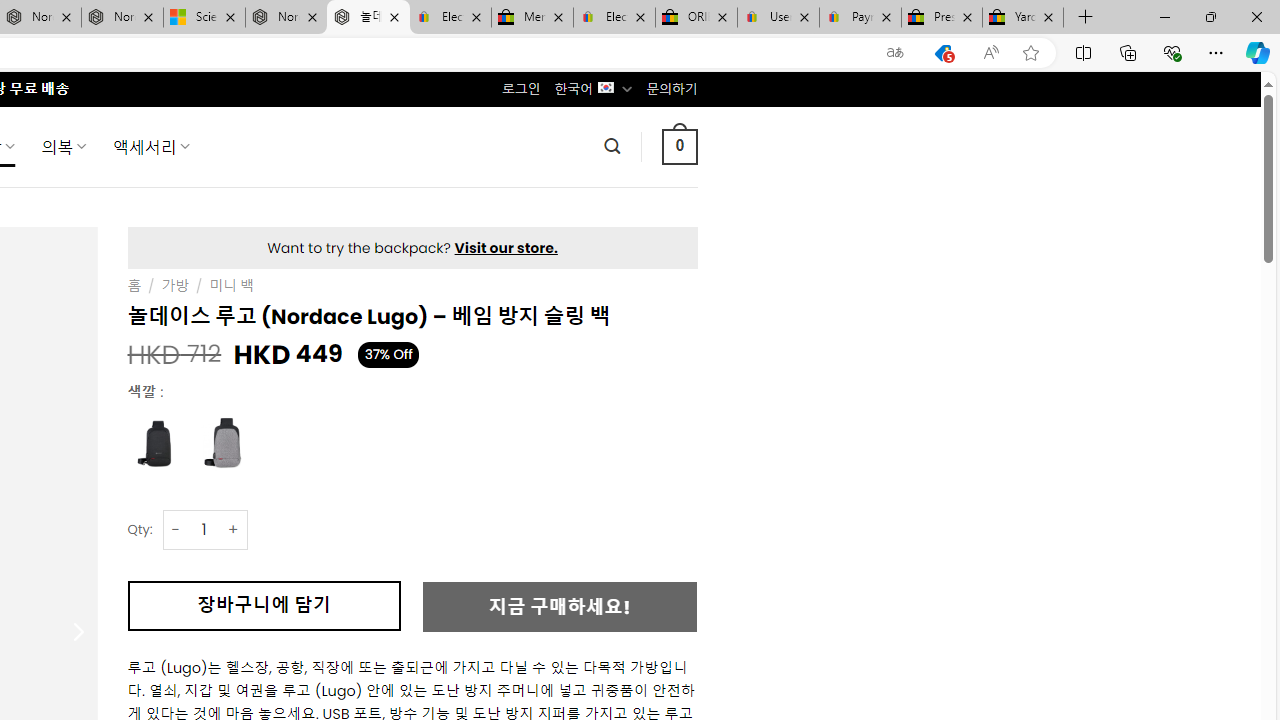 Image resolution: width=1280 pixels, height=720 pixels. I want to click on 'This site has coupons! Shopping in Microsoft Edge, 5', so click(942, 52).